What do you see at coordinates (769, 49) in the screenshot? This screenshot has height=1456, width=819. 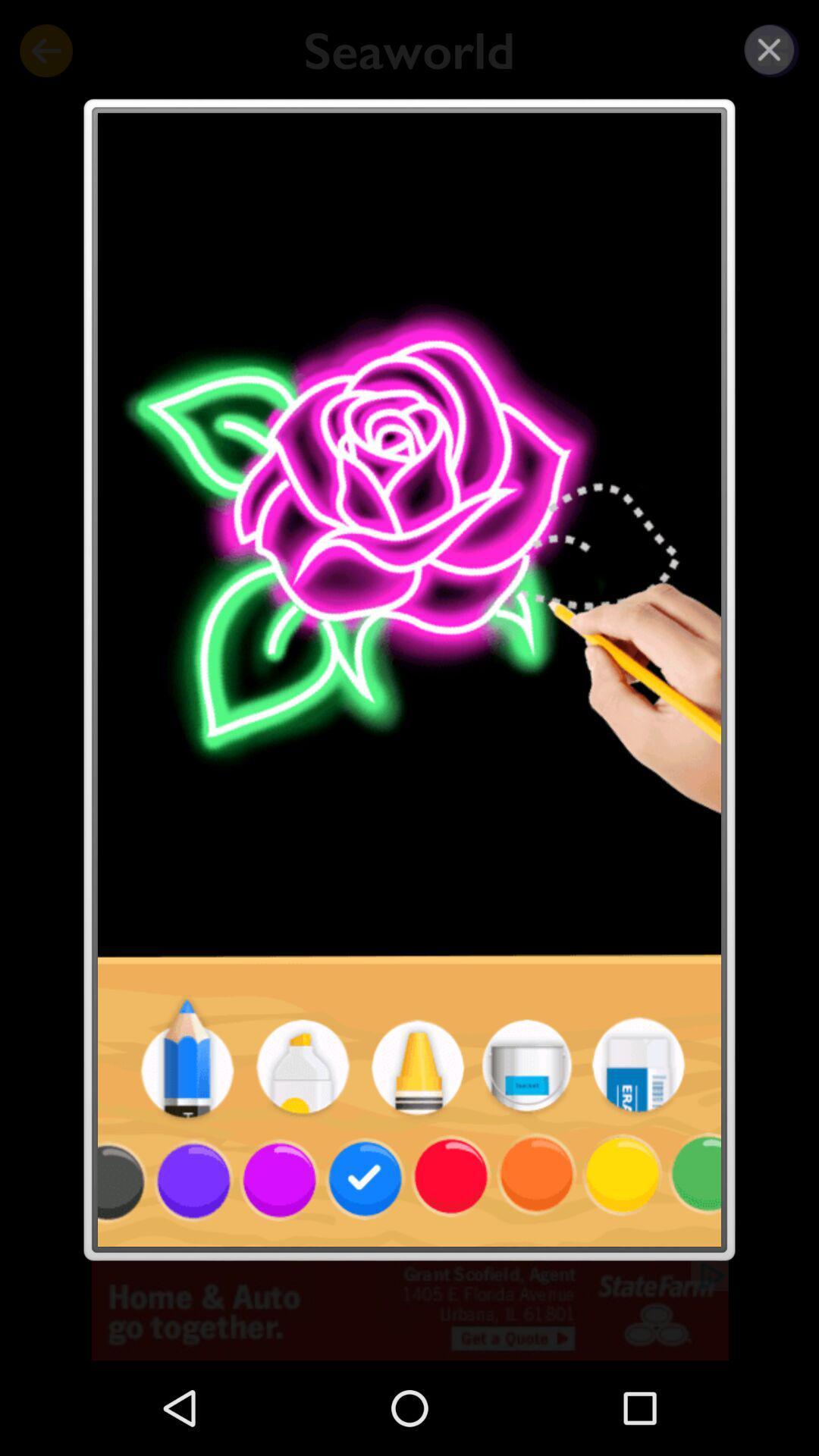 I see `the close icon` at bounding box center [769, 49].